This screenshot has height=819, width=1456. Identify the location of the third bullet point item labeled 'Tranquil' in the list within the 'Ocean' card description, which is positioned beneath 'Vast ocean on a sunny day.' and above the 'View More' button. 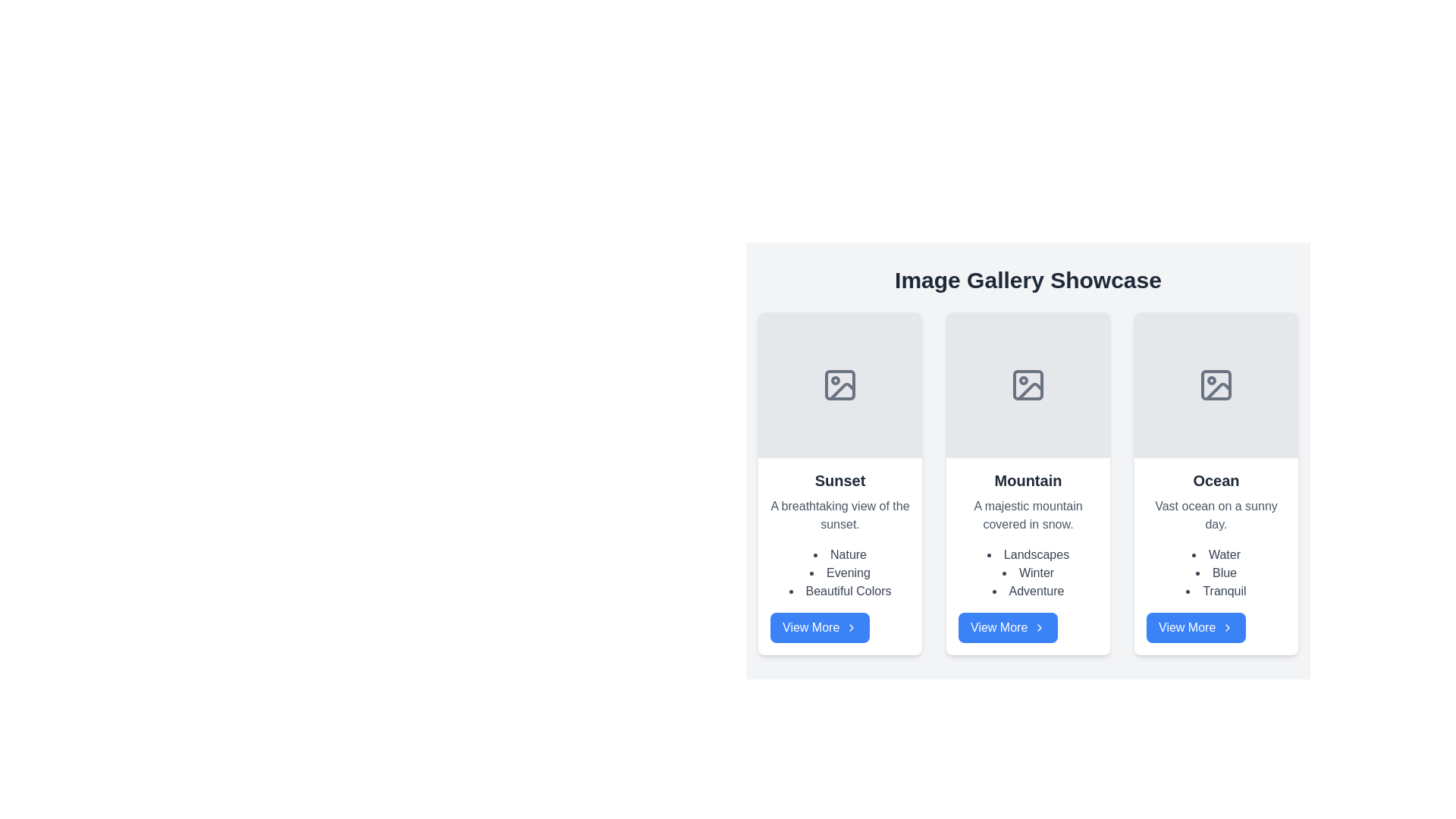
(1216, 590).